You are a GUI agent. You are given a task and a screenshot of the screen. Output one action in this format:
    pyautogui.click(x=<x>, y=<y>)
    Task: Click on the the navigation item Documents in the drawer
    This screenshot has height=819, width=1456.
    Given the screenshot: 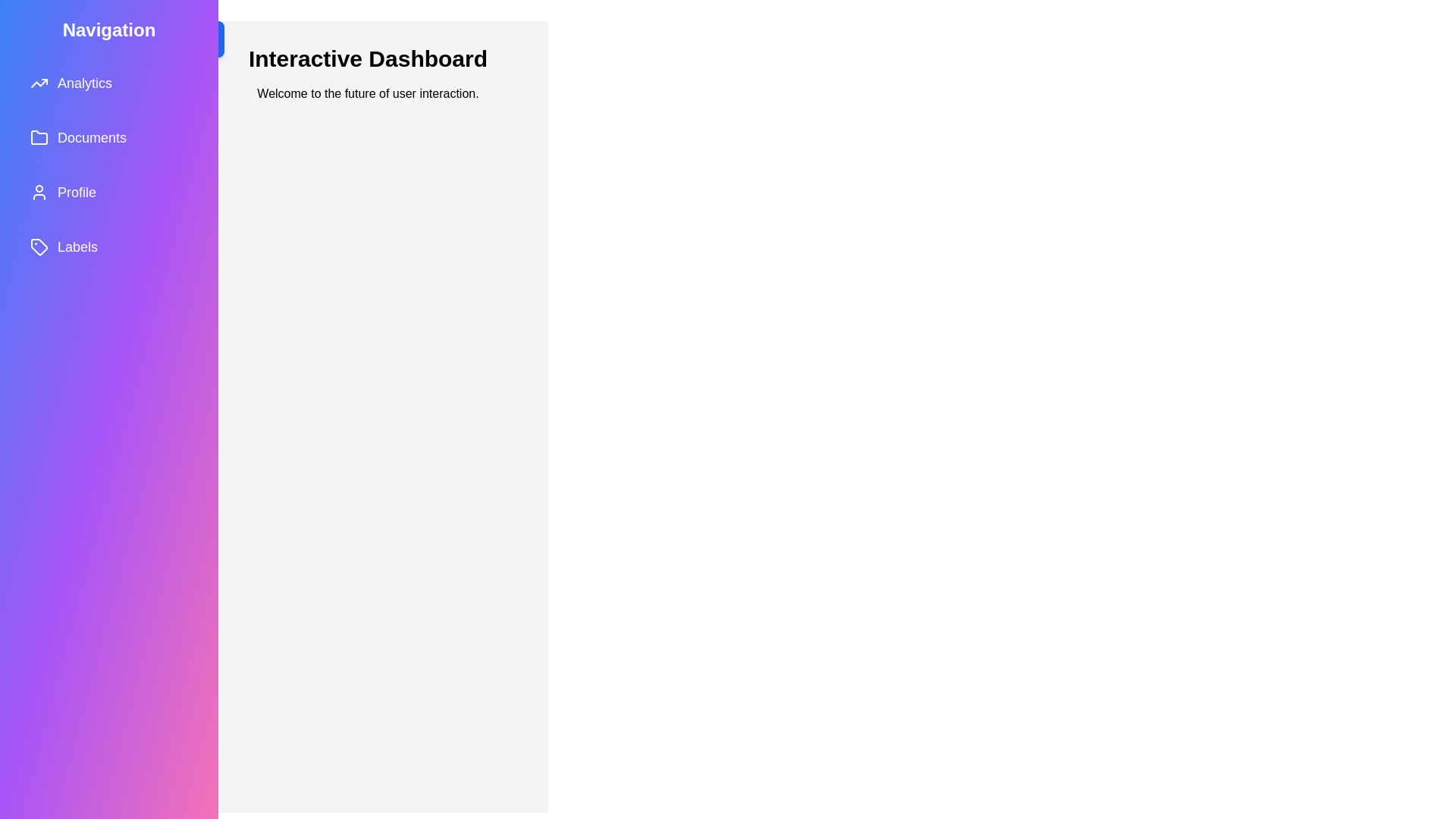 What is the action you would take?
    pyautogui.click(x=108, y=137)
    